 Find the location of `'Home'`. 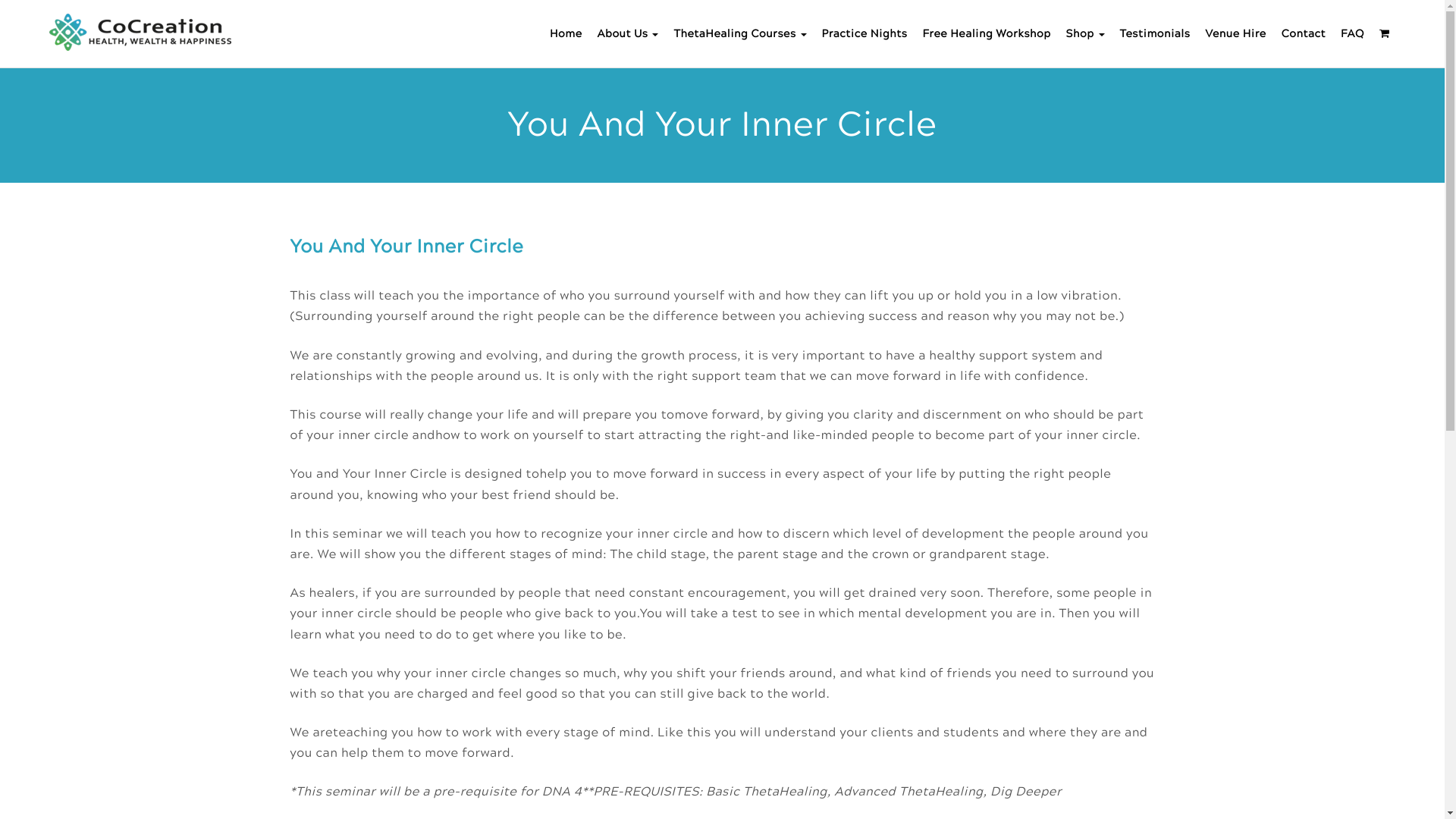

'Home' is located at coordinates (548, 32).